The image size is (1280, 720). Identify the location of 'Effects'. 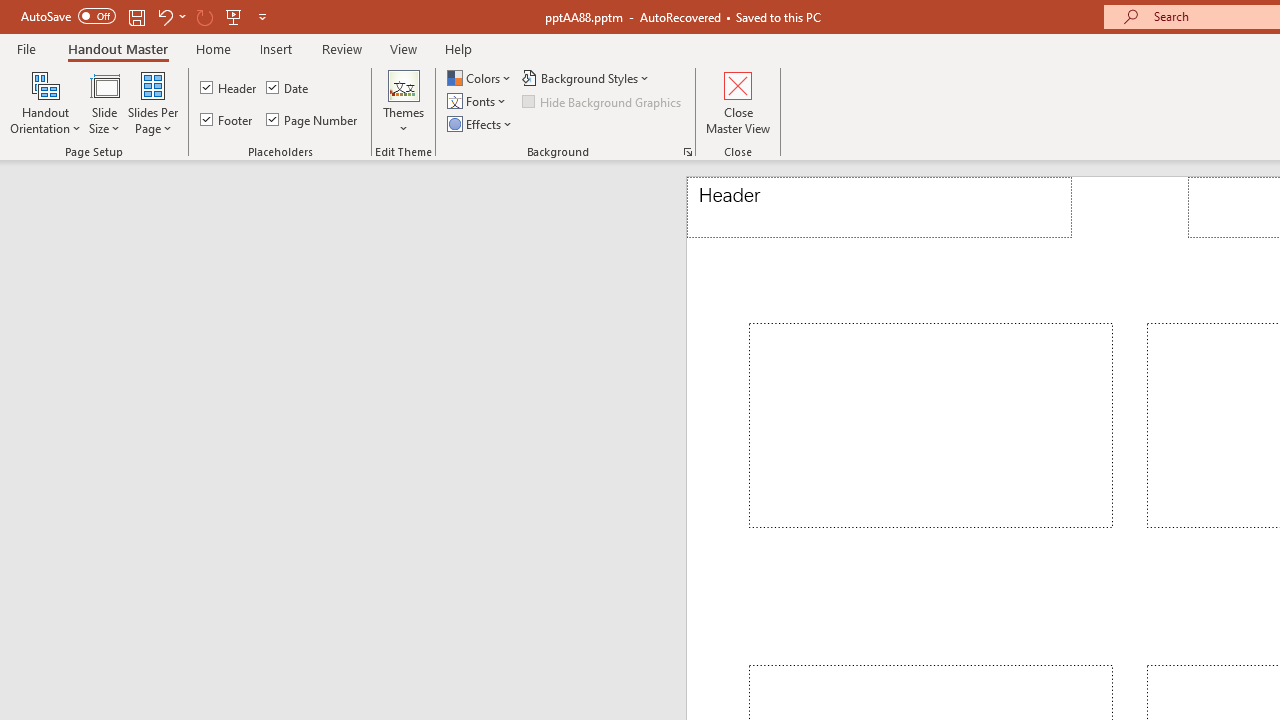
(481, 124).